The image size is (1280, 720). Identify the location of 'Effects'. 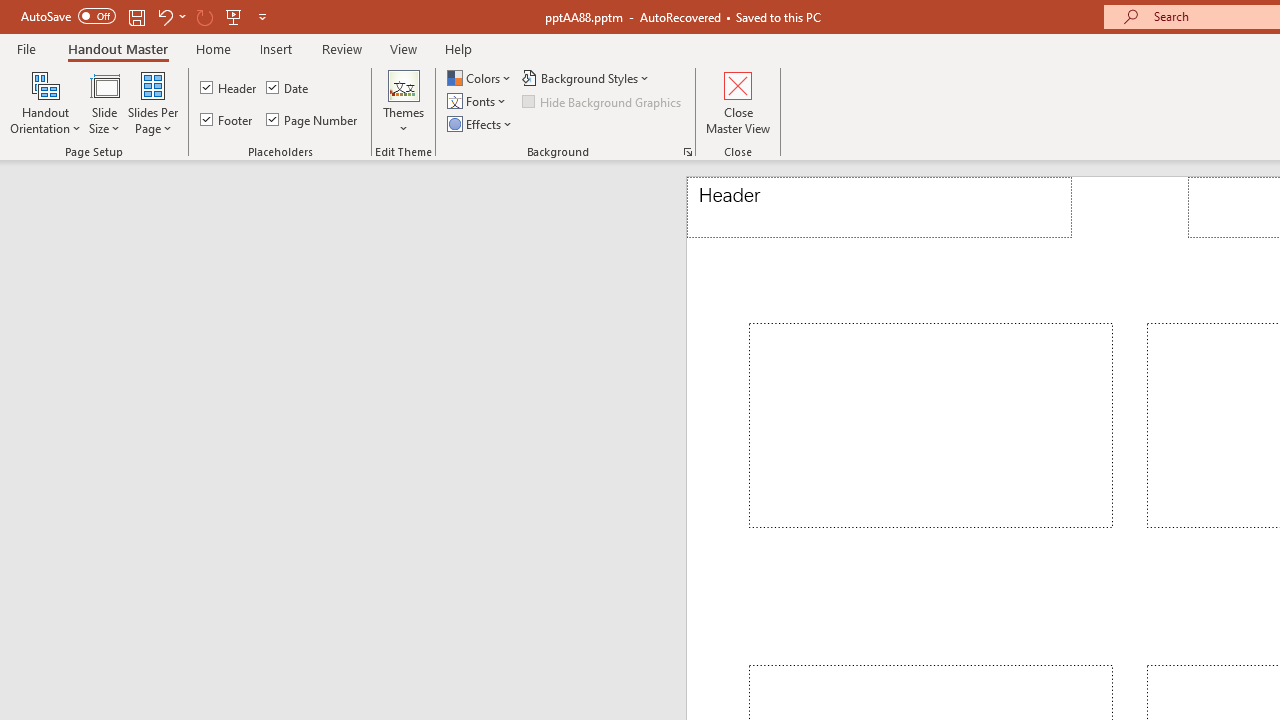
(481, 124).